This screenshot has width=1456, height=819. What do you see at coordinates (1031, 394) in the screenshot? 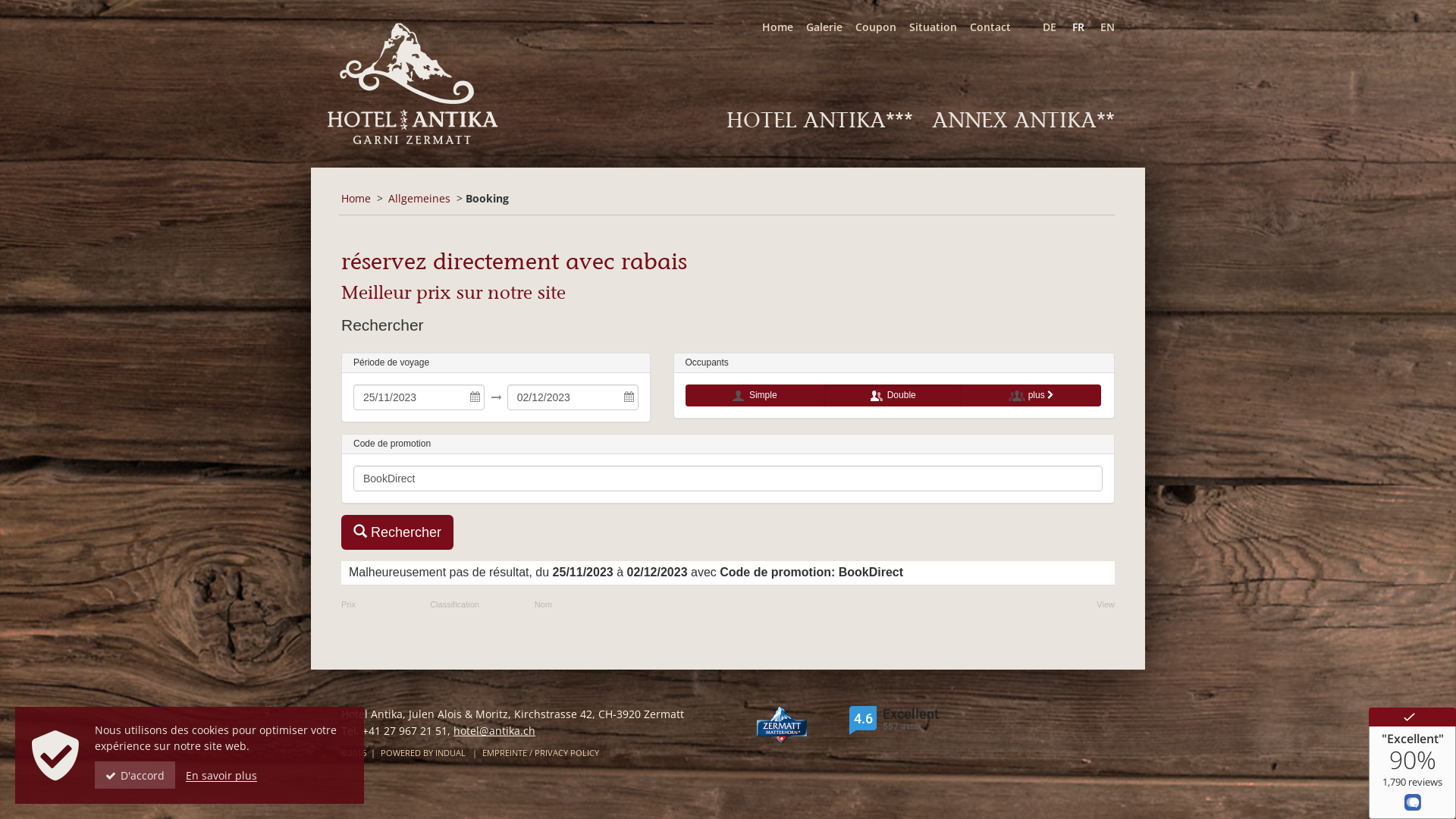
I see `'plus'` at bounding box center [1031, 394].